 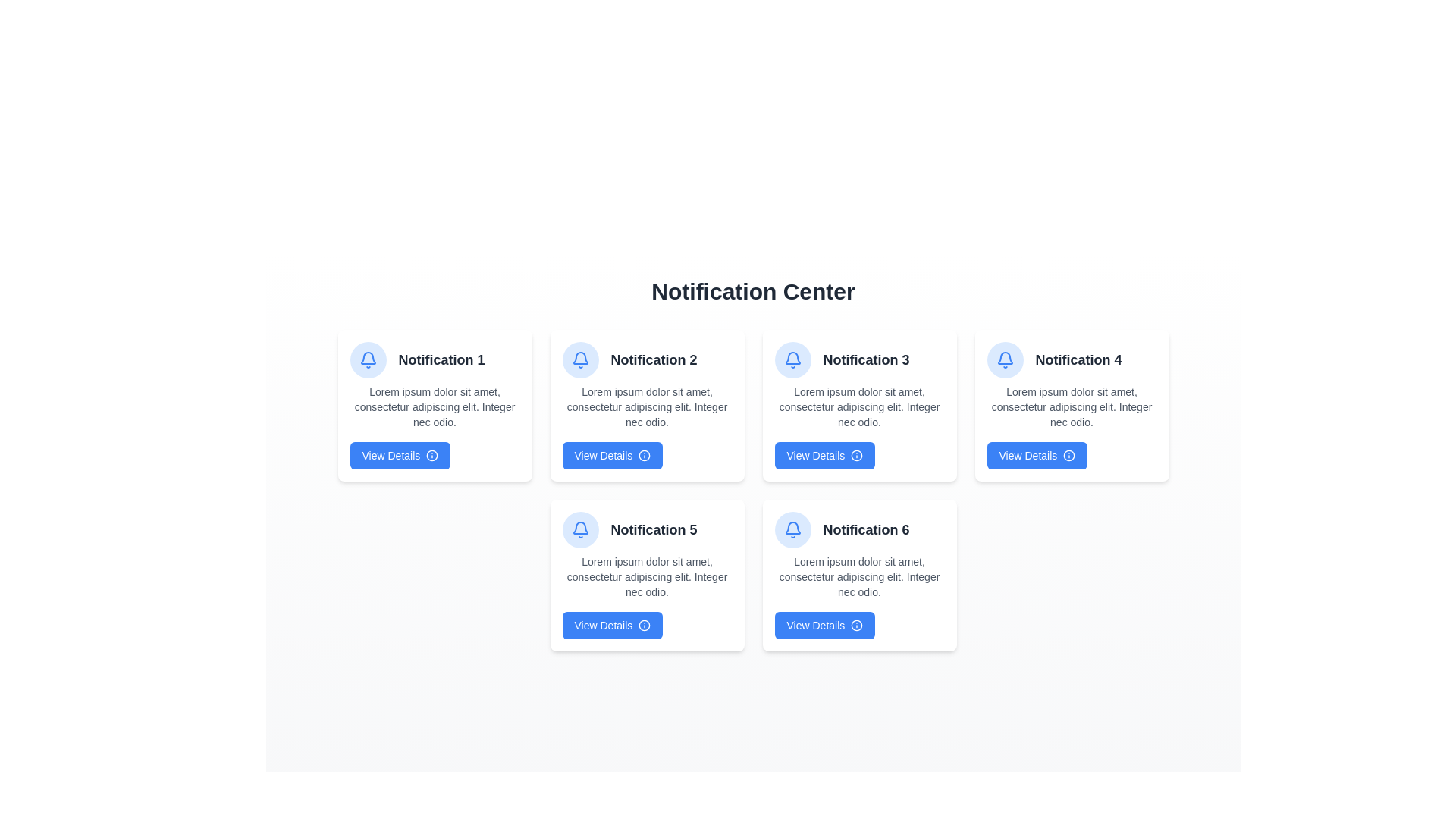 I want to click on the circular icon outline at the bottom part of the 'Notification 6' card, which is the outermost circle of the 'View Details' button, so click(x=856, y=626).